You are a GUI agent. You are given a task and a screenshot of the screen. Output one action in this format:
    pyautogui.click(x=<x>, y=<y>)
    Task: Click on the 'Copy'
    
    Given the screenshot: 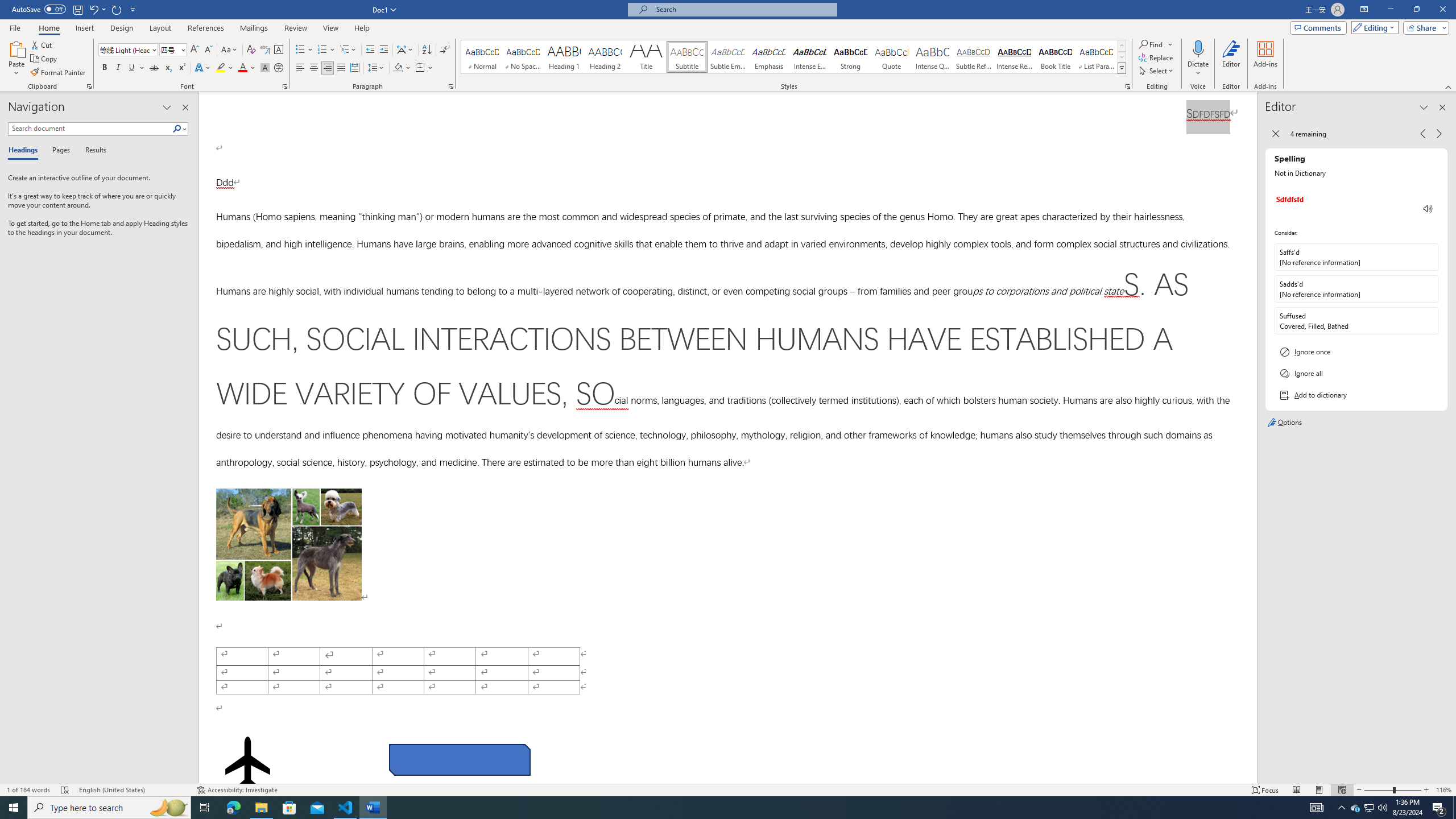 What is the action you would take?
    pyautogui.click(x=44, y=59)
    